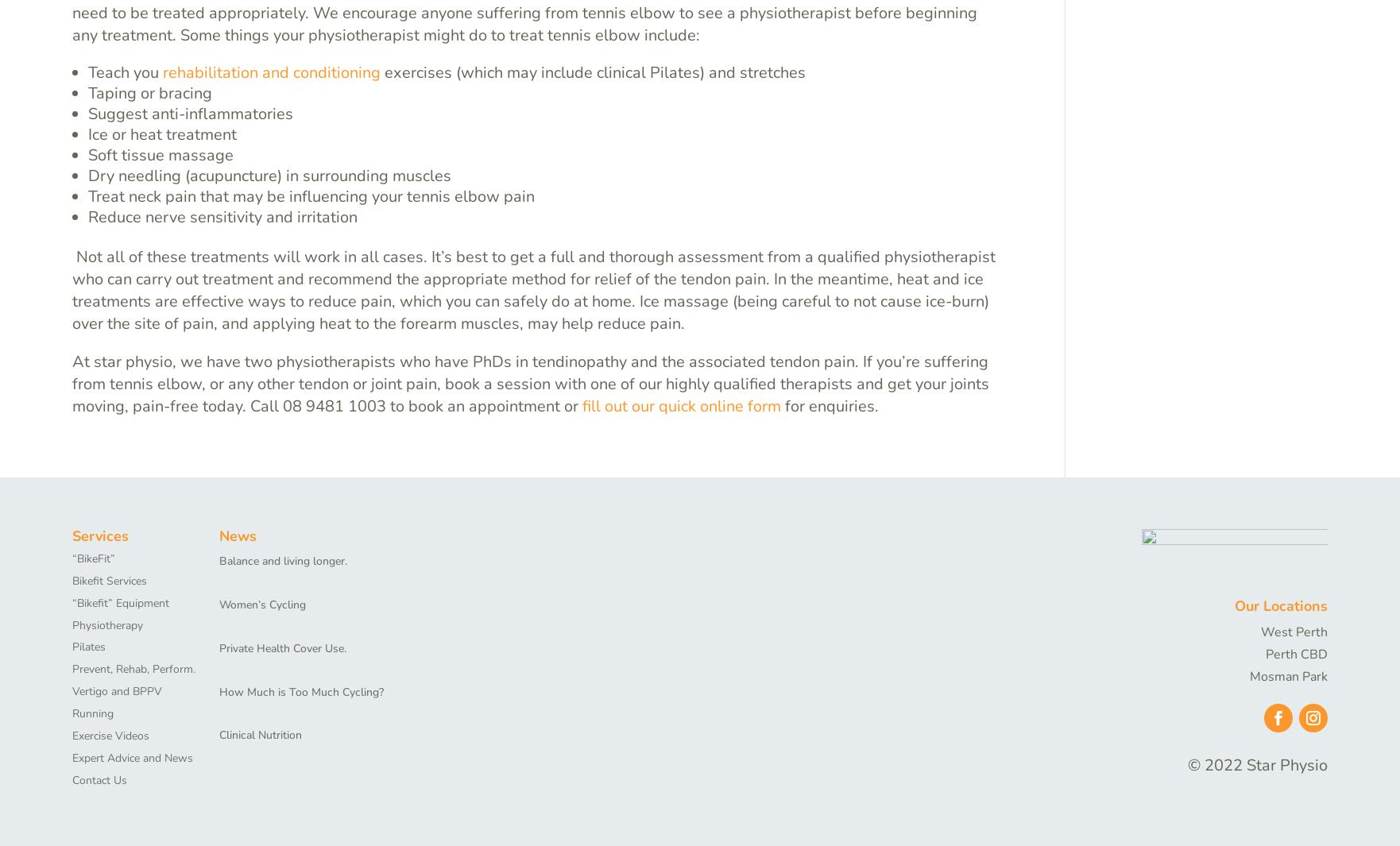 The image size is (1400, 846). What do you see at coordinates (262, 604) in the screenshot?
I see `'Women’s Cycling'` at bounding box center [262, 604].